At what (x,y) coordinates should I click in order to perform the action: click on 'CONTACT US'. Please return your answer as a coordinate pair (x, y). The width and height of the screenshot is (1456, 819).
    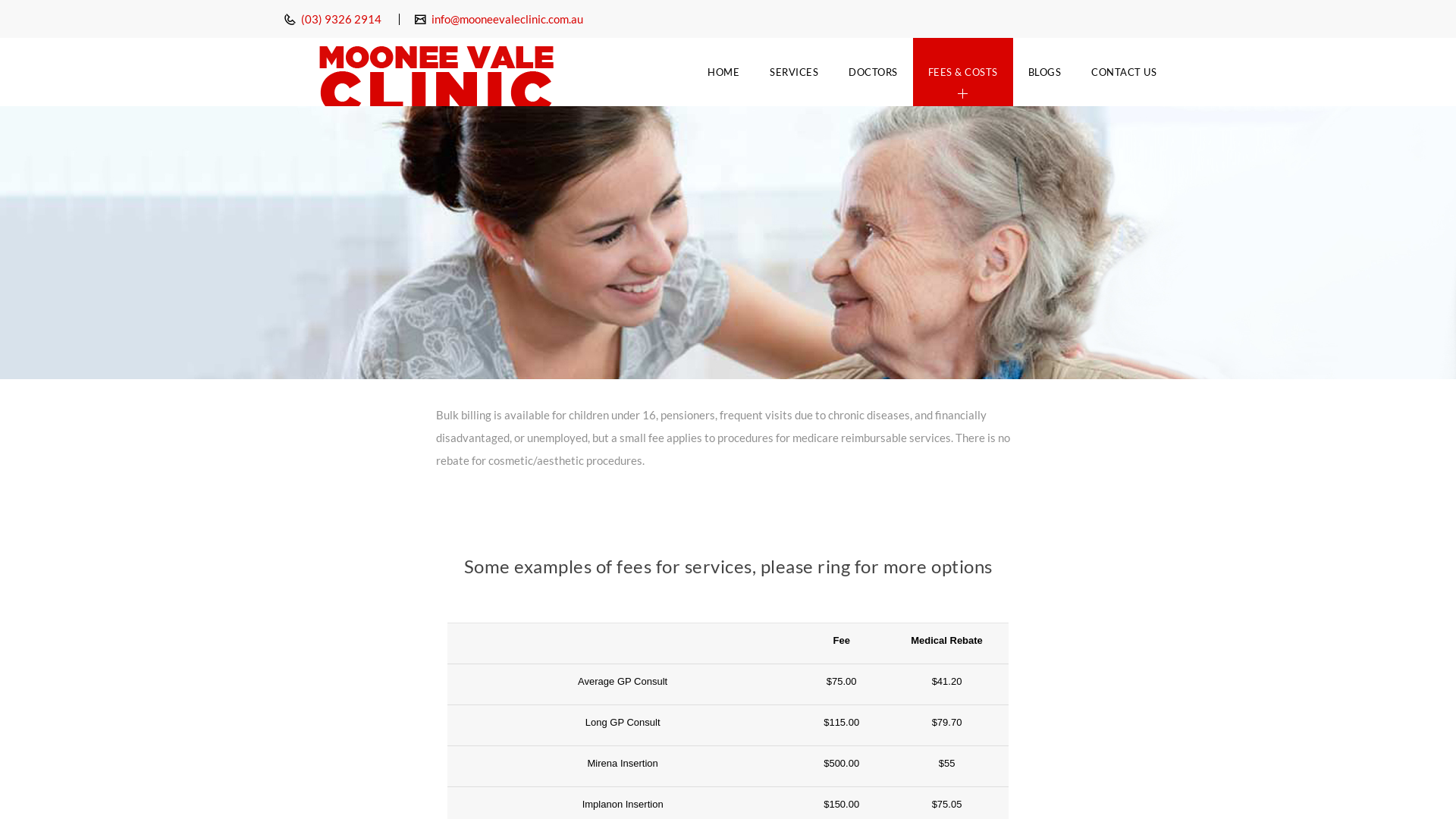
    Looking at the image, I should click on (1124, 72).